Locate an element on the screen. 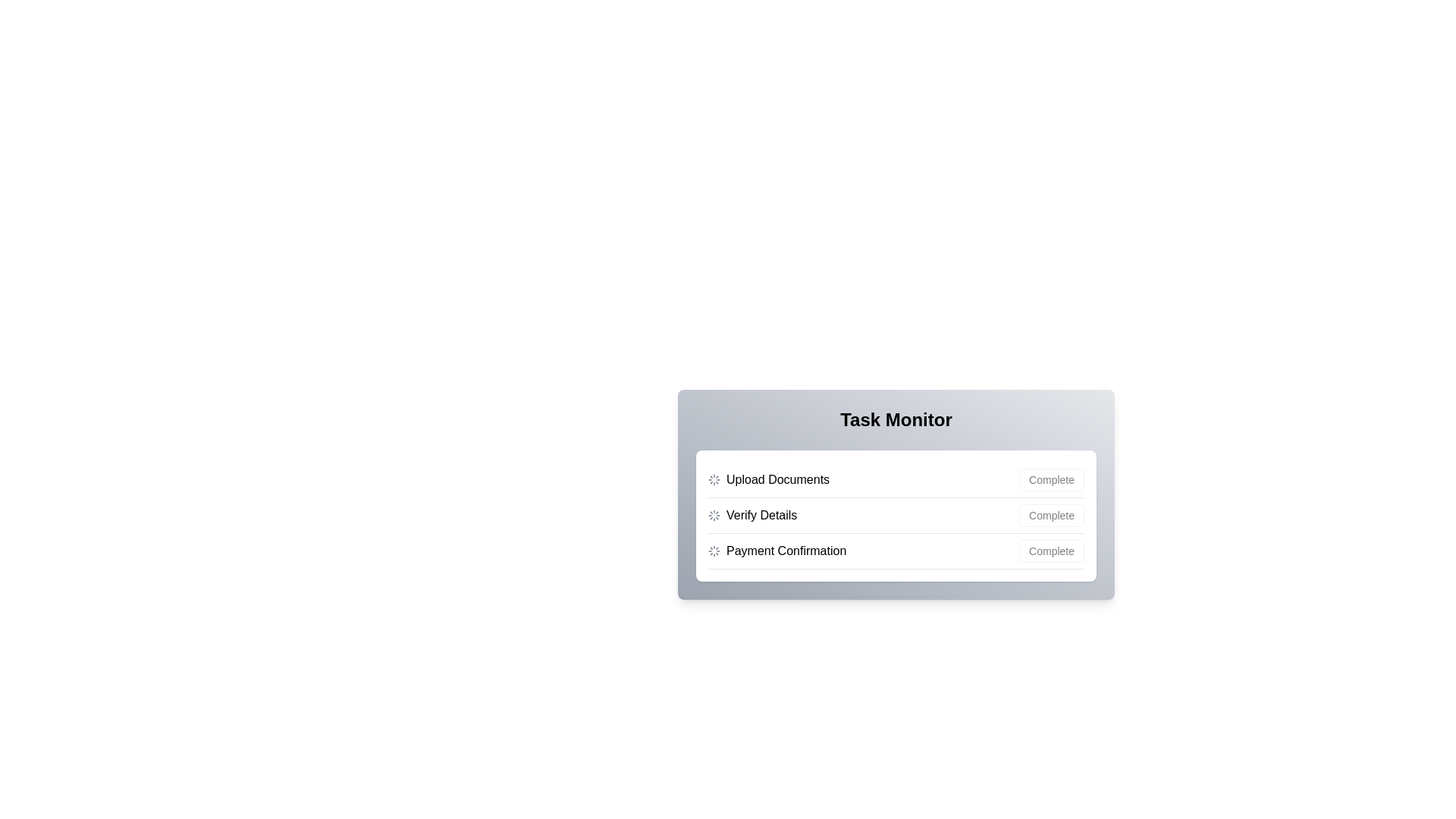 The image size is (1456, 819). the first list item labeled 'Upload Documents' in the 'Task Monitor' panel is located at coordinates (896, 480).